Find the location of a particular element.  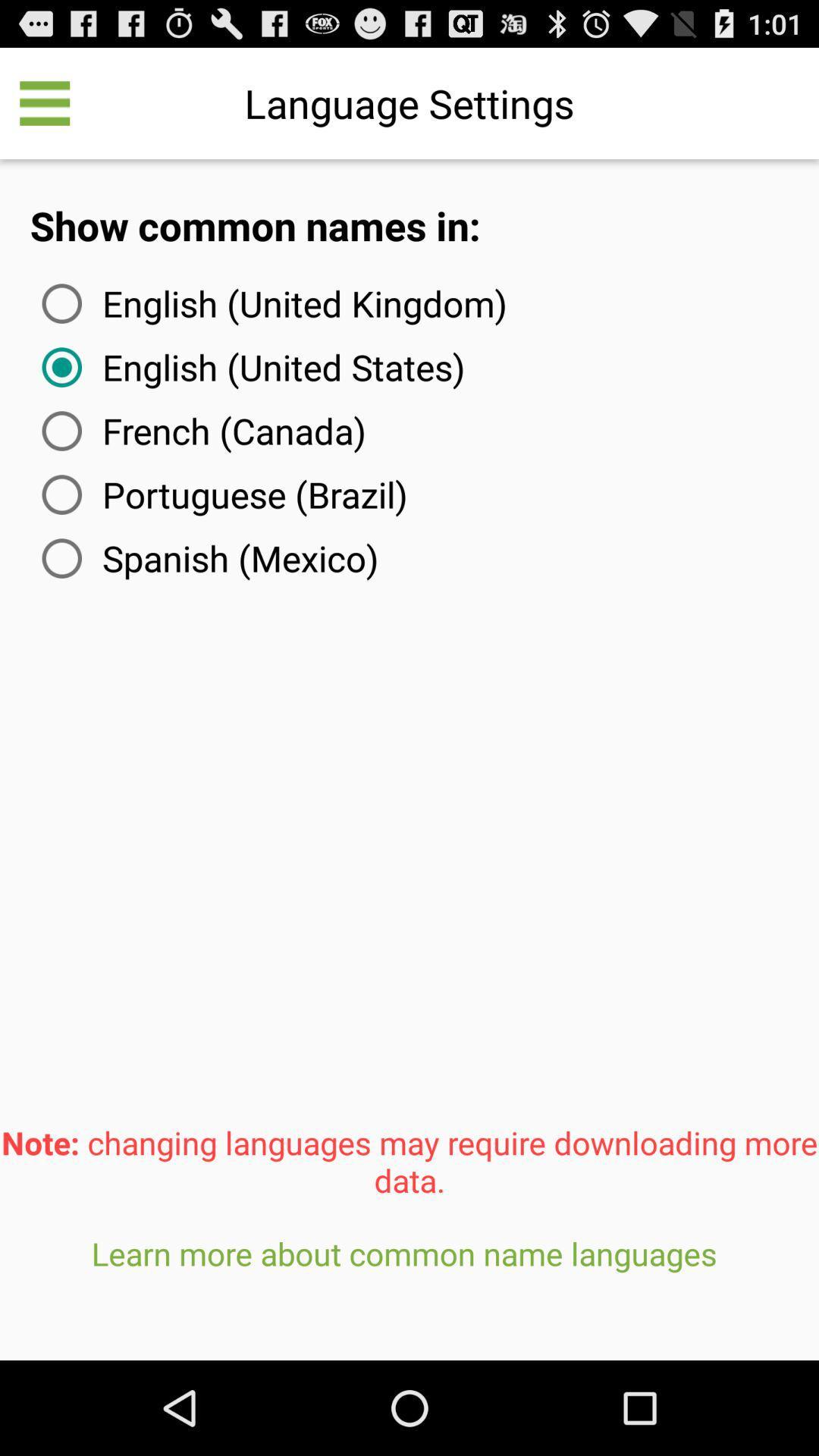

the icon below portuguese (brazil) item is located at coordinates (207, 557).